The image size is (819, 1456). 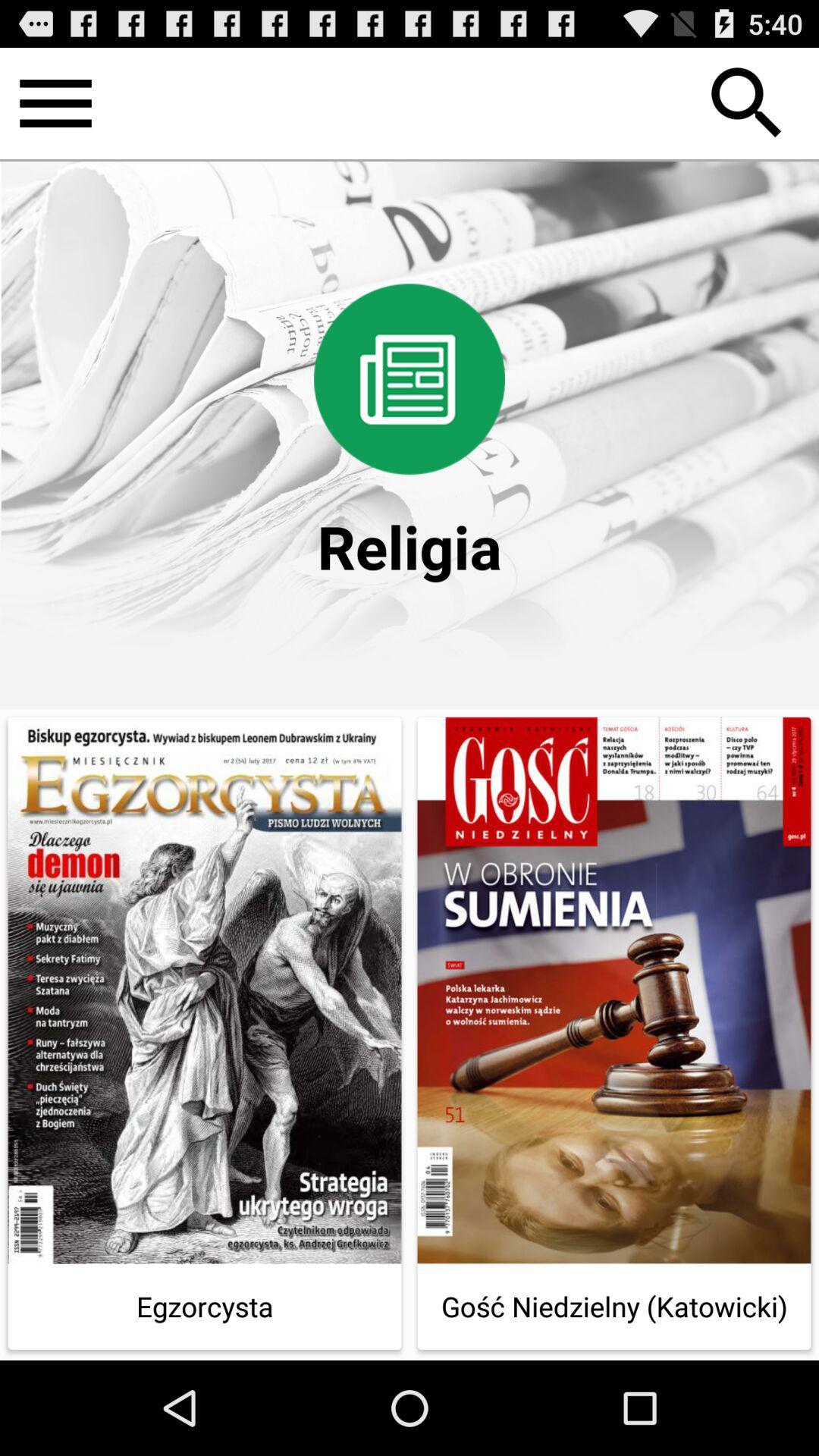 What do you see at coordinates (55, 102) in the screenshot?
I see `open the menu` at bounding box center [55, 102].